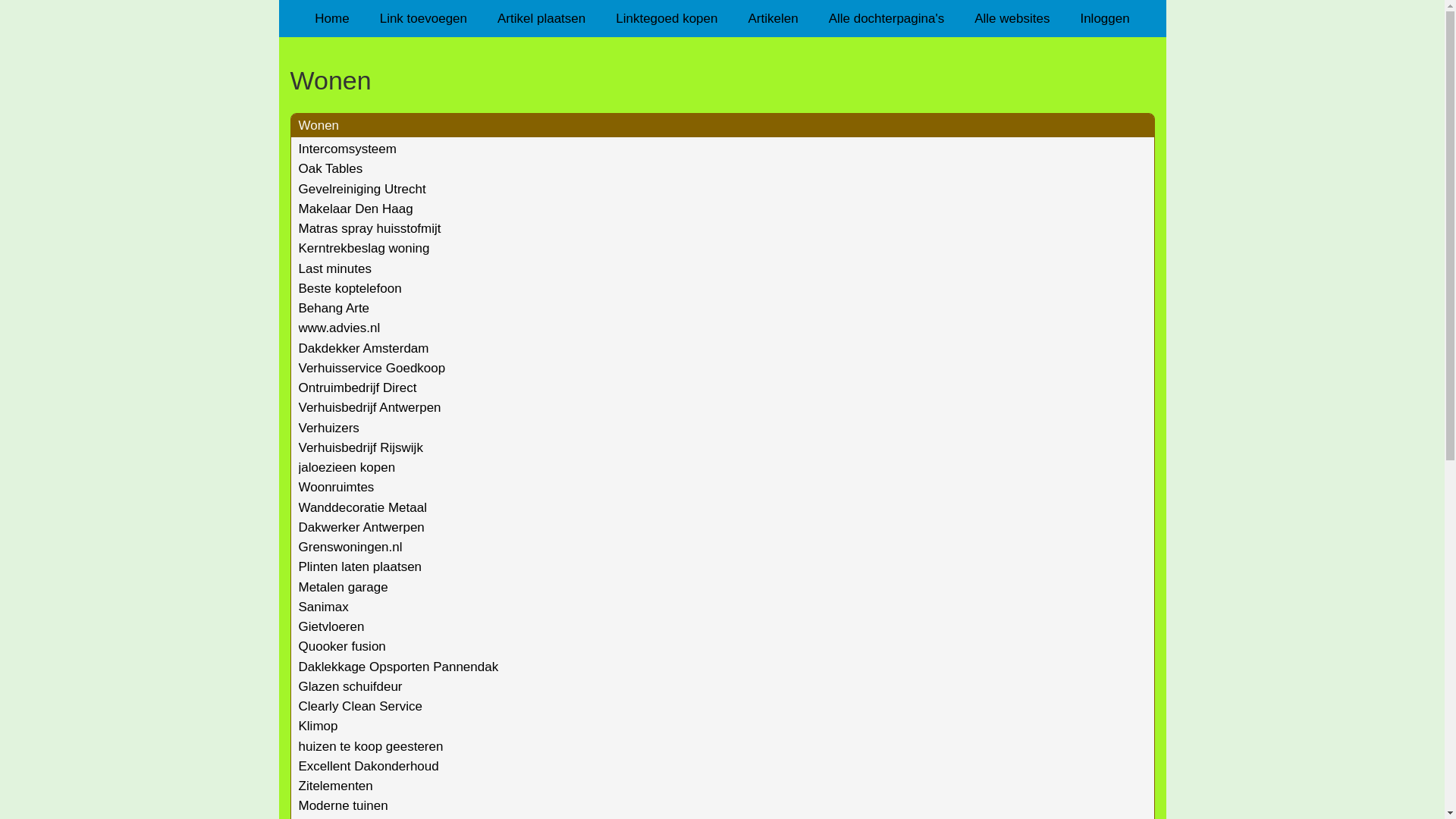 This screenshot has width=1456, height=819. I want to click on 'Oak Tables', so click(330, 168).